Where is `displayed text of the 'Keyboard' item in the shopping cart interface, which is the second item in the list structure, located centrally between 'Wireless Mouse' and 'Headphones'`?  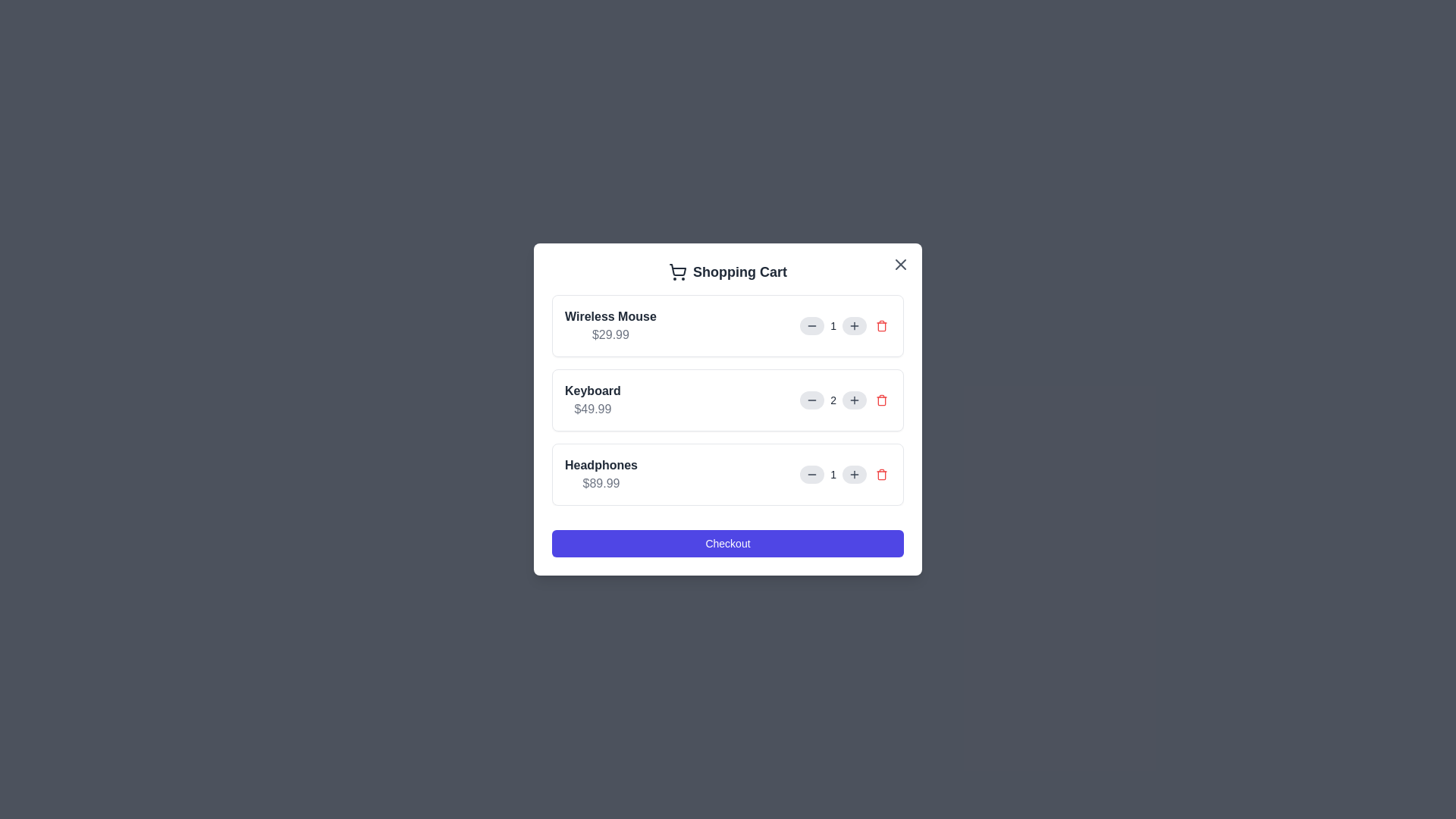 displayed text of the 'Keyboard' item in the shopping cart interface, which is the second item in the list structure, located centrally between 'Wireless Mouse' and 'Headphones' is located at coordinates (591, 400).